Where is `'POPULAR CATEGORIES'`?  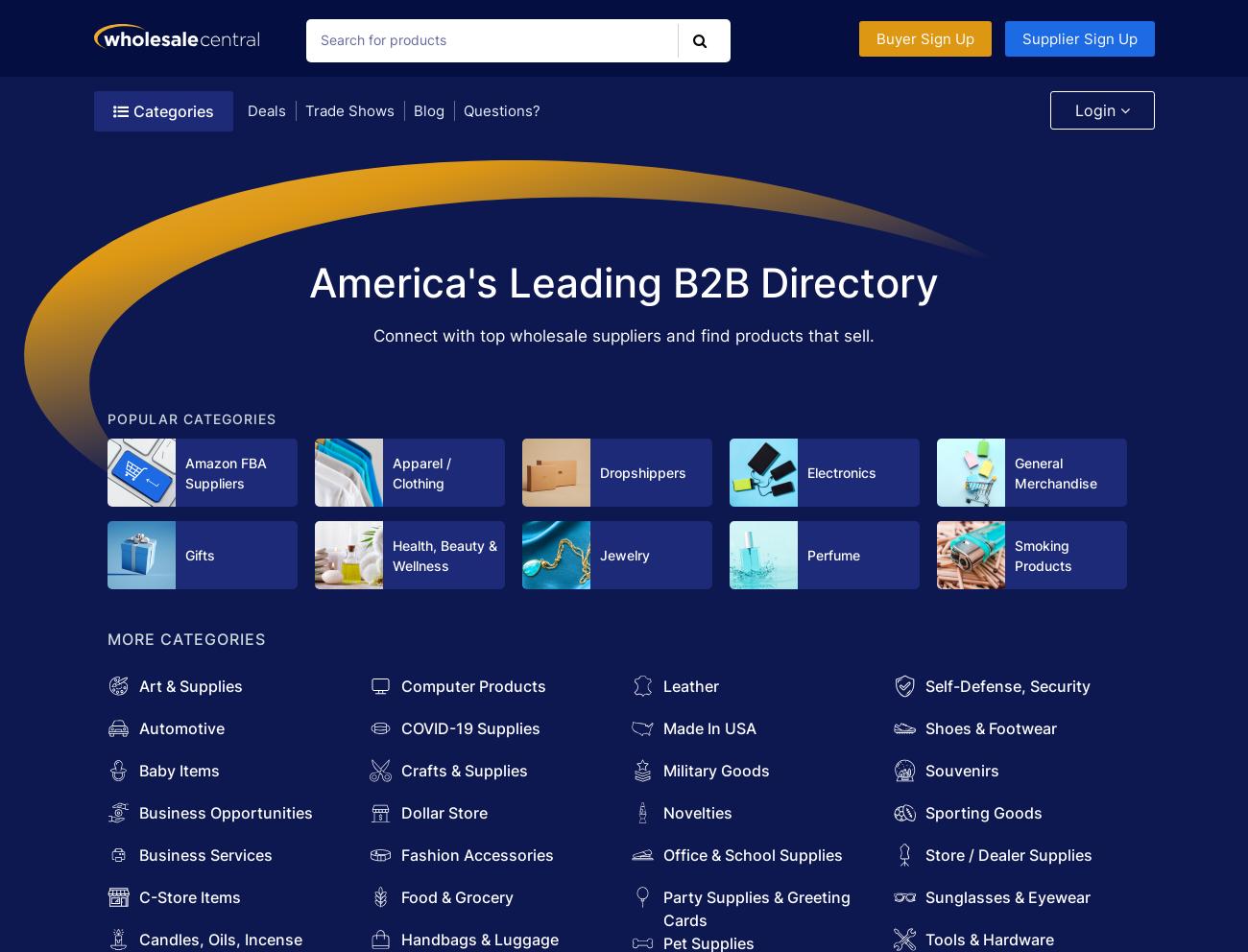
'POPULAR CATEGORIES' is located at coordinates (191, 417).